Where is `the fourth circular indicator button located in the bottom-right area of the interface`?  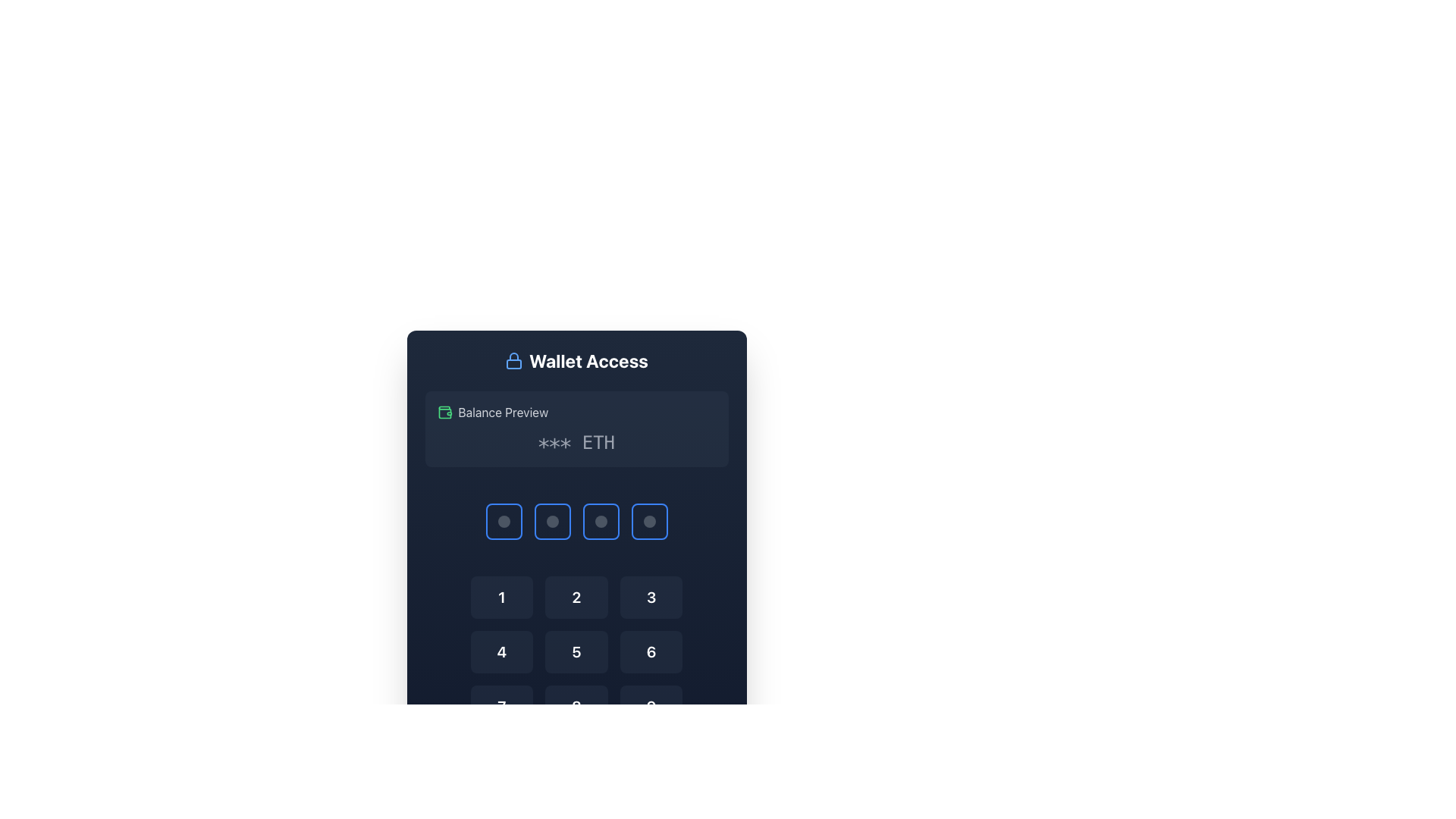
the fourth circular indicator button located in the bottom-right area of the interface is located at coordinates (649, 520).